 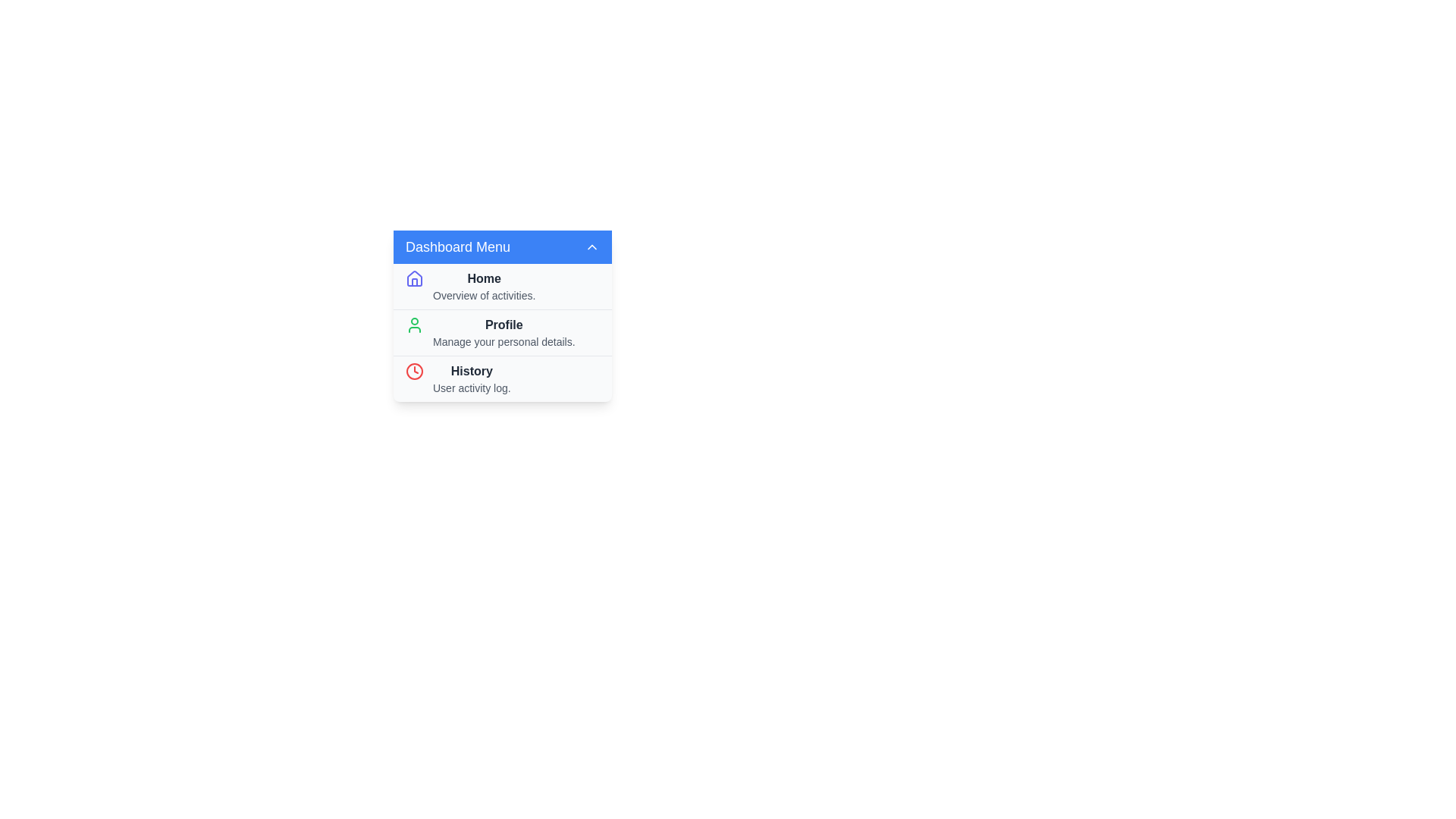 I want to click on the house icon in the 'Dashboard Menu' section, which is located to the left of the 'Home - Overview of activities' menu item, so click(x=415, y=278).